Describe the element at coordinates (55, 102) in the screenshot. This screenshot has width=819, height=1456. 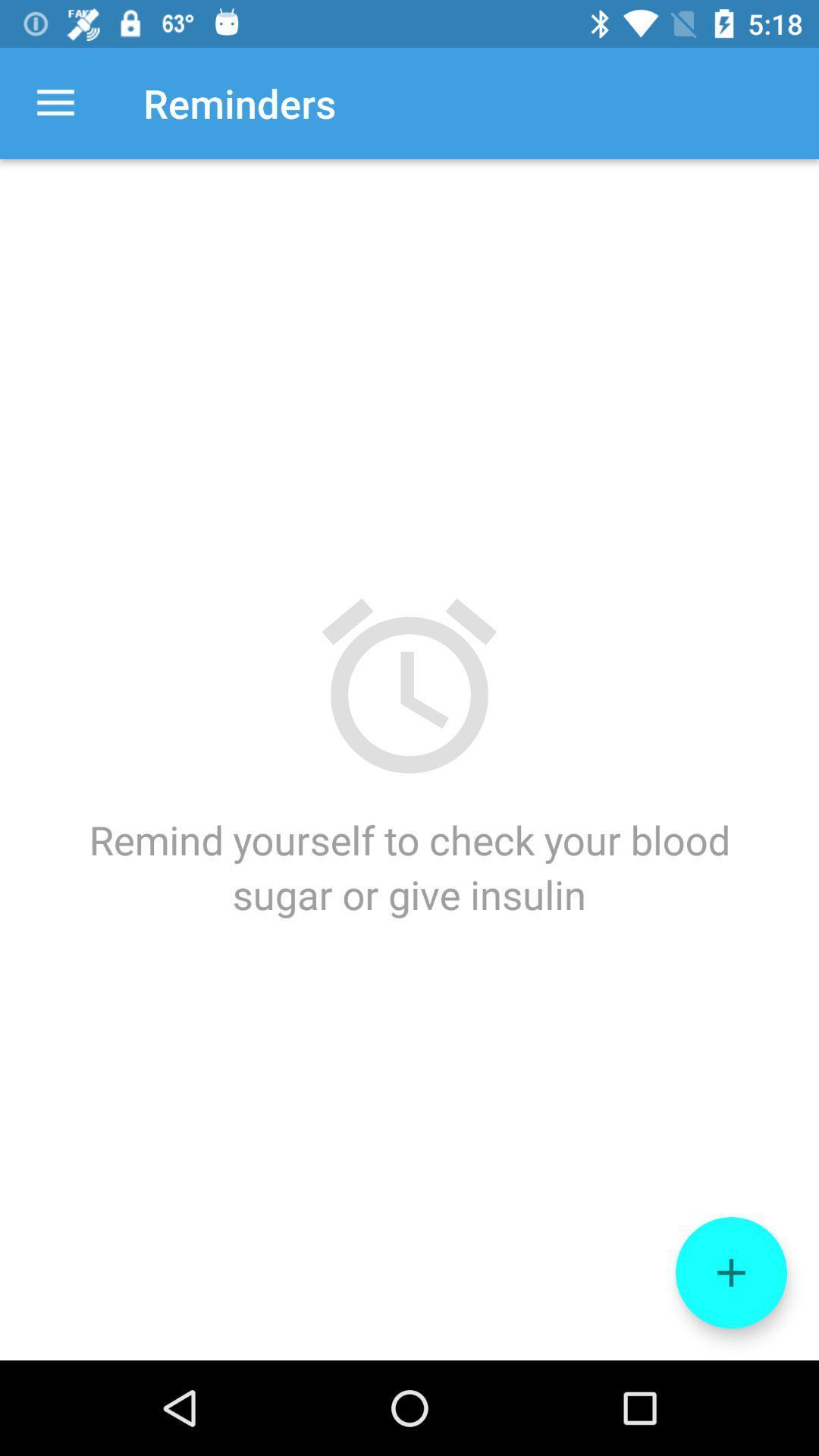
I see `item to the left of reminders` at that location.